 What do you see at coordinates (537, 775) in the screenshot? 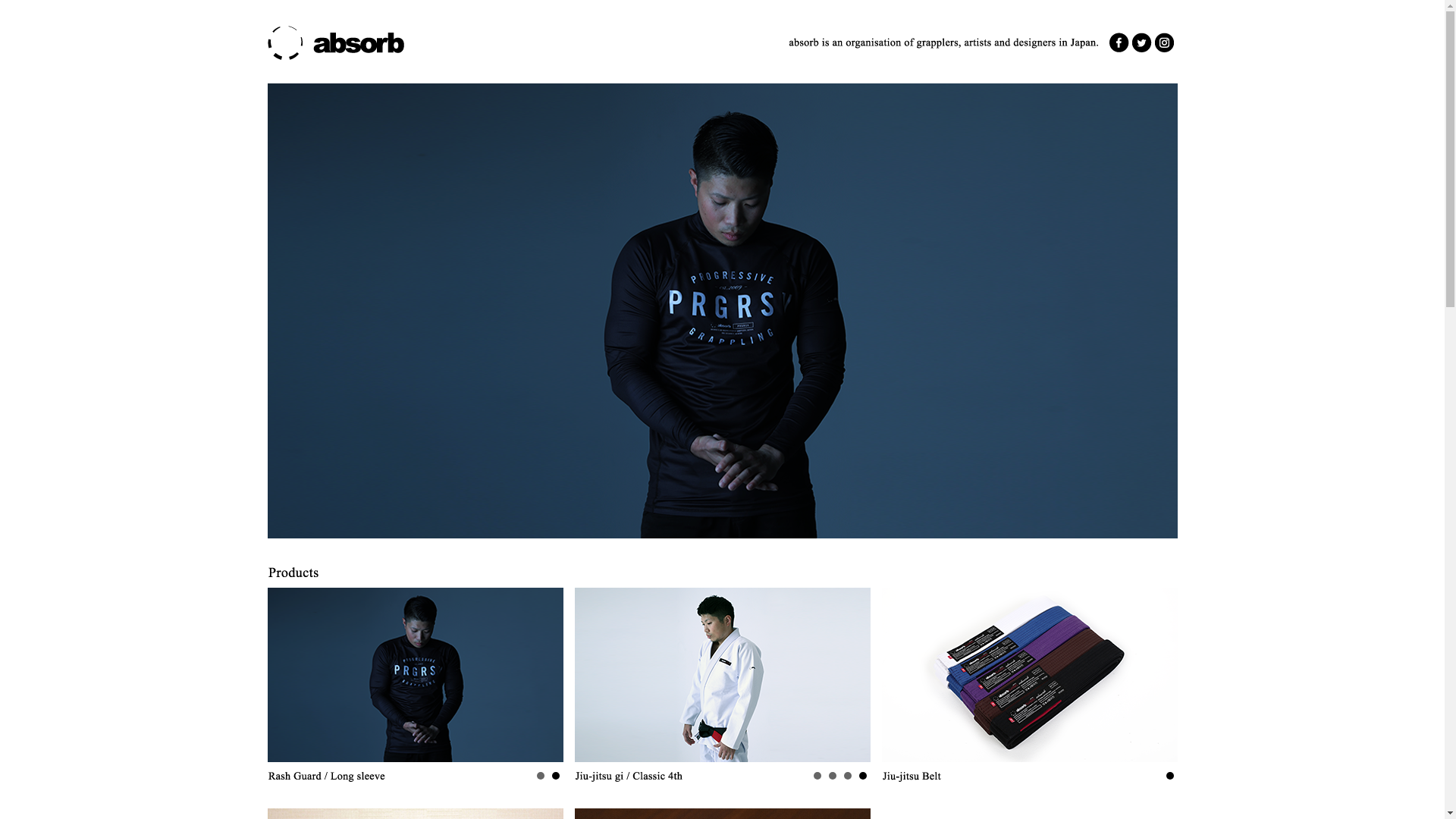
I see `'2'` at bounding box center [537, 775].